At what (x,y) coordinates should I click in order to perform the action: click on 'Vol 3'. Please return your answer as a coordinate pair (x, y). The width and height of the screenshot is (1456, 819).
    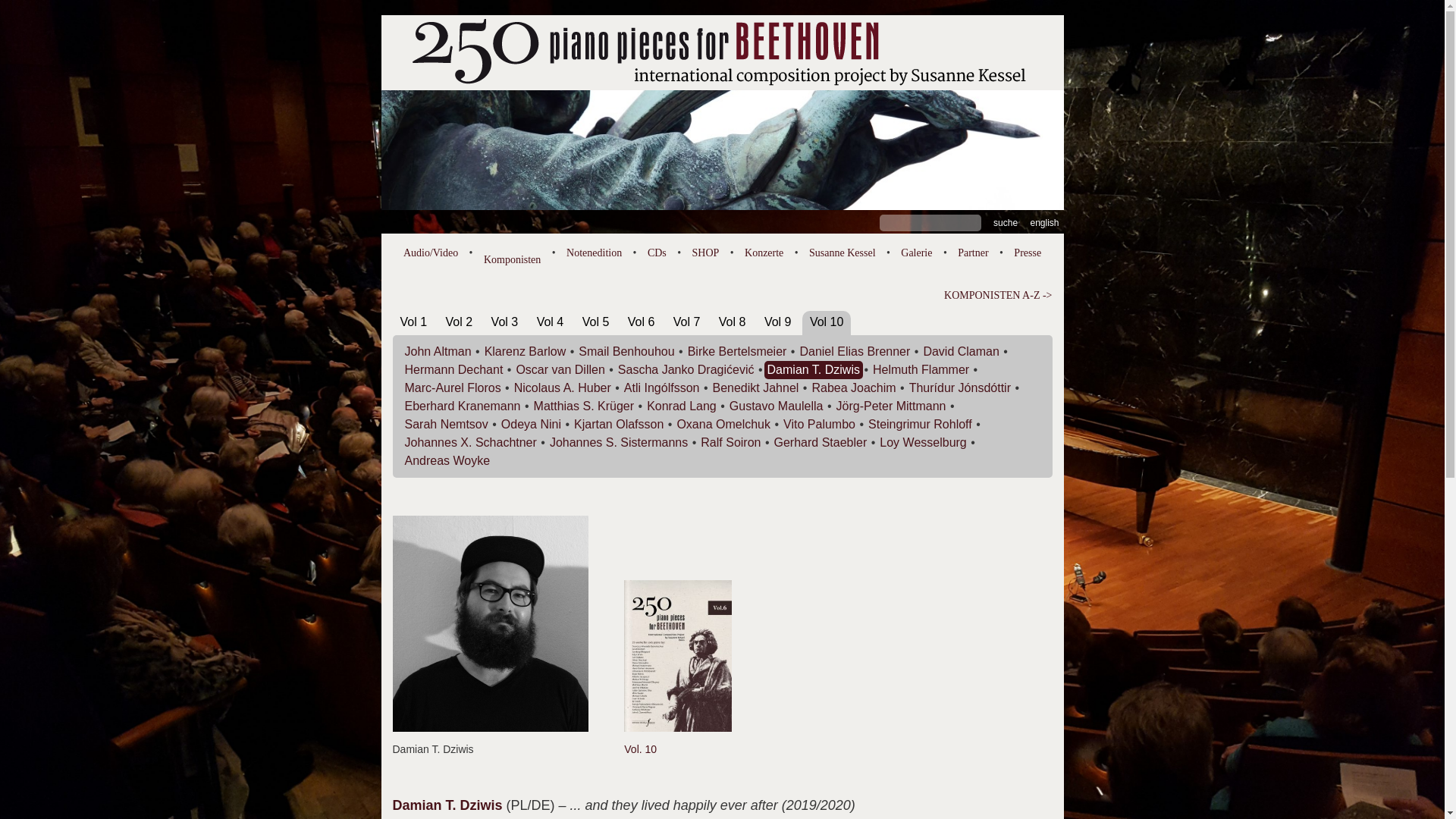
    Looking at the image, I should click on (505, 321).